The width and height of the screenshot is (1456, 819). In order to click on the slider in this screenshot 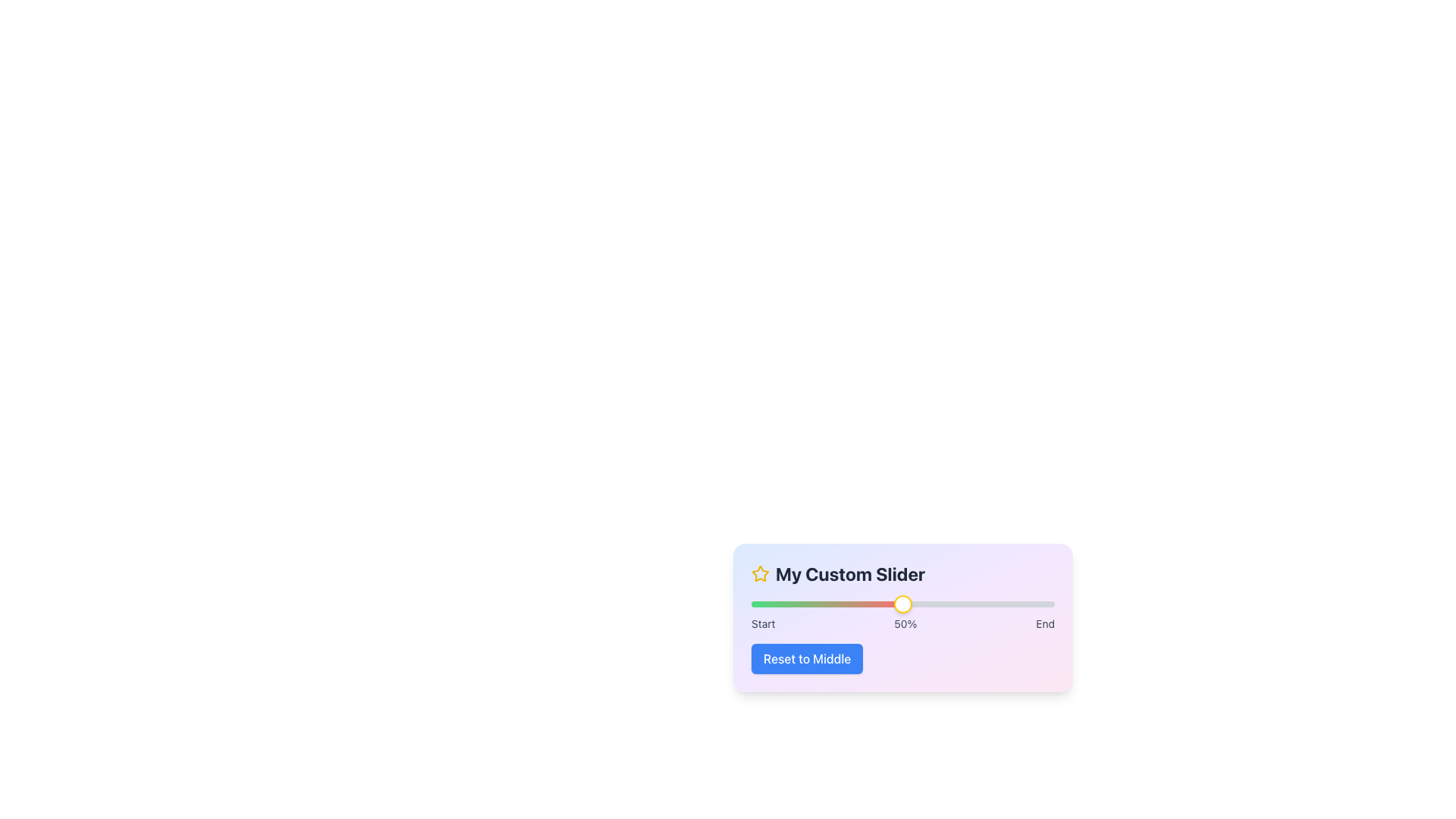, I will do `click(965, 604)`.